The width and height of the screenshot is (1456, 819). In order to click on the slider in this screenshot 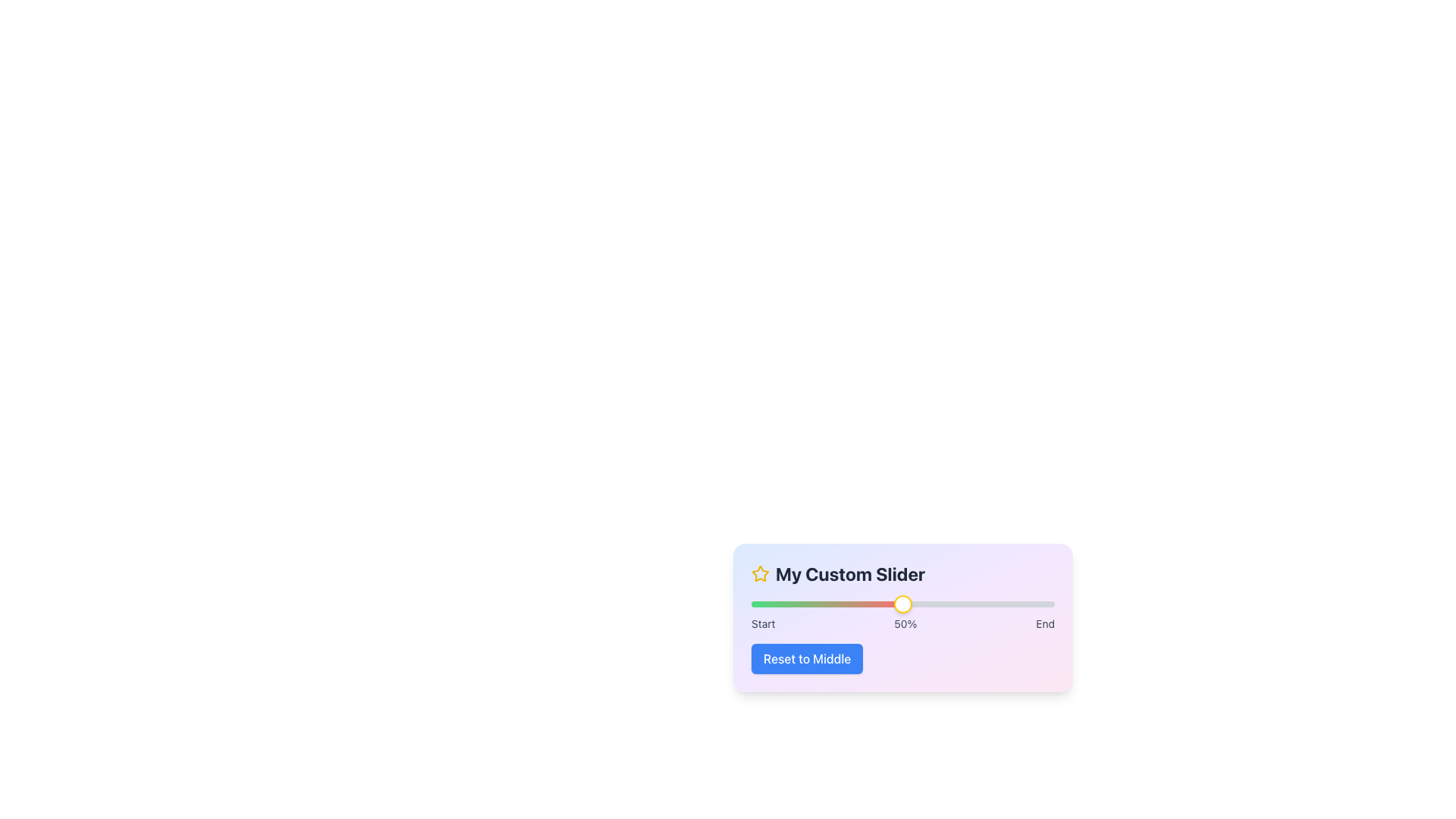, I will do `click(965, 604)`.